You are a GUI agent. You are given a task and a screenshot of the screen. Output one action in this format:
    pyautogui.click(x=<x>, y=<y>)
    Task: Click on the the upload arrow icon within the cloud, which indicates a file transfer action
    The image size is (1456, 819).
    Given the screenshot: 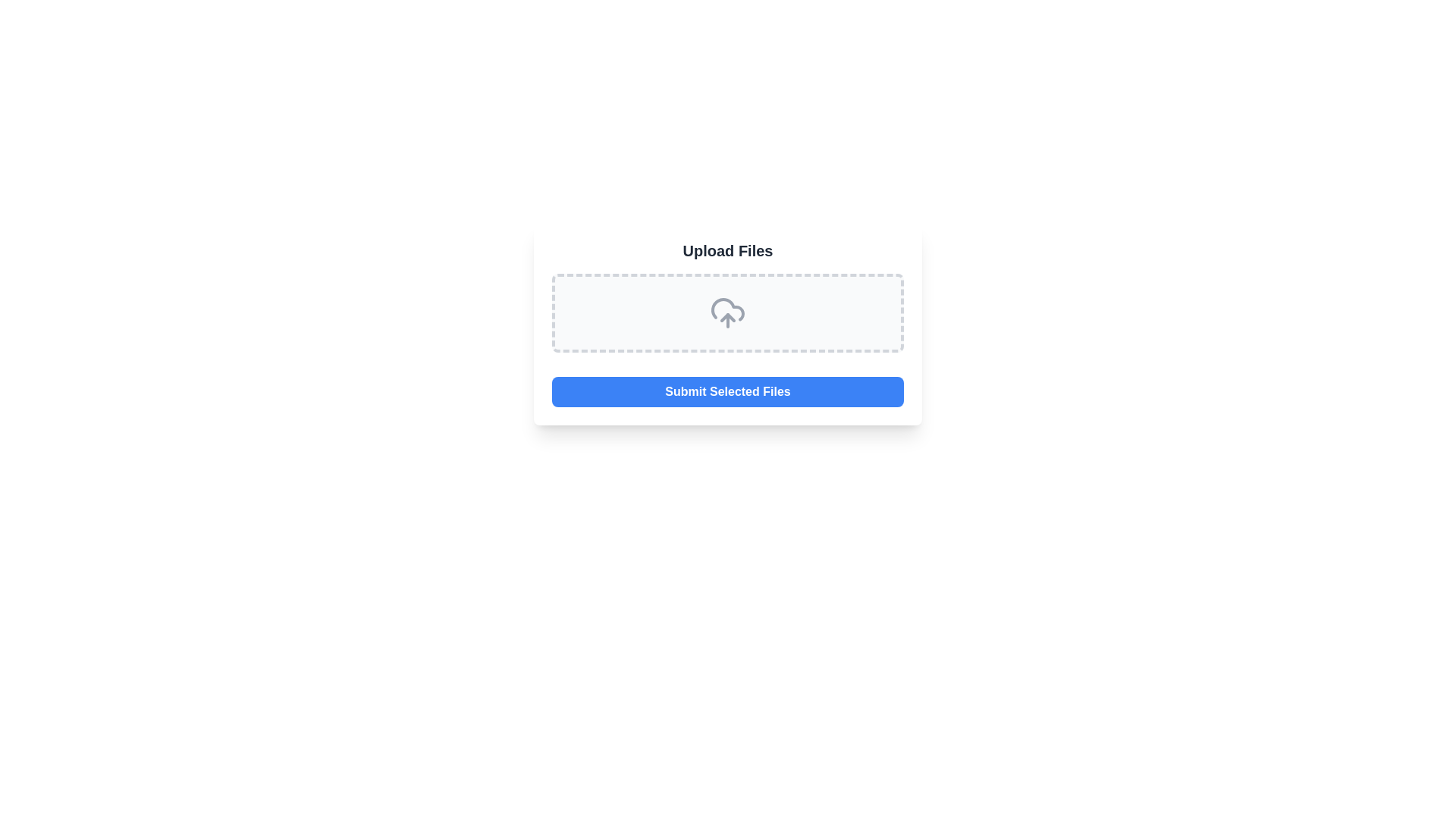 What is the action you would take?
    pyautogui.click(x=728, y=317)
    